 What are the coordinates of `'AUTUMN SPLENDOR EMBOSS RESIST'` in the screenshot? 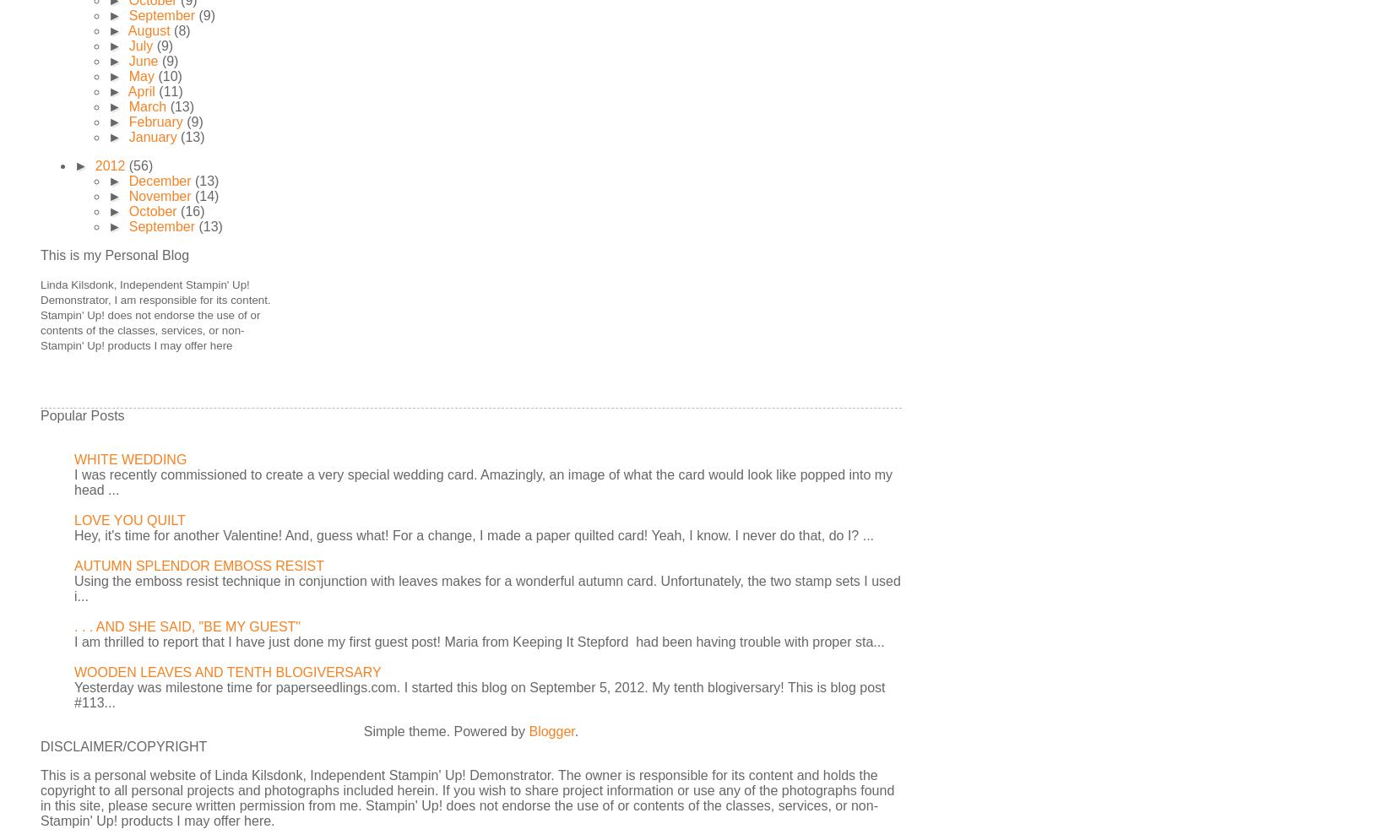 It's located at (198, 565).